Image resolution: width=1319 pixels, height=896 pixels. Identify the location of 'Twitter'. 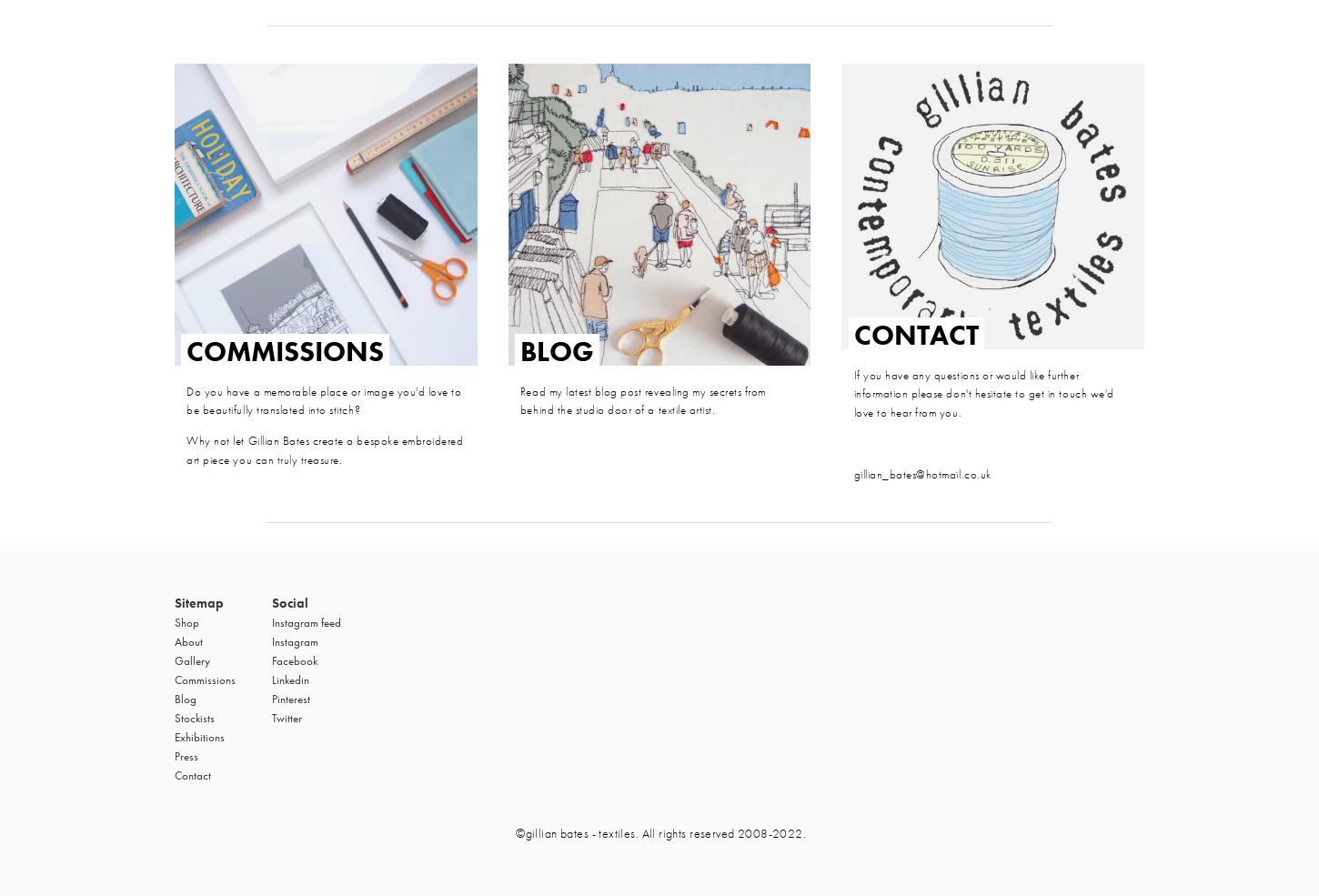
(287, 717).